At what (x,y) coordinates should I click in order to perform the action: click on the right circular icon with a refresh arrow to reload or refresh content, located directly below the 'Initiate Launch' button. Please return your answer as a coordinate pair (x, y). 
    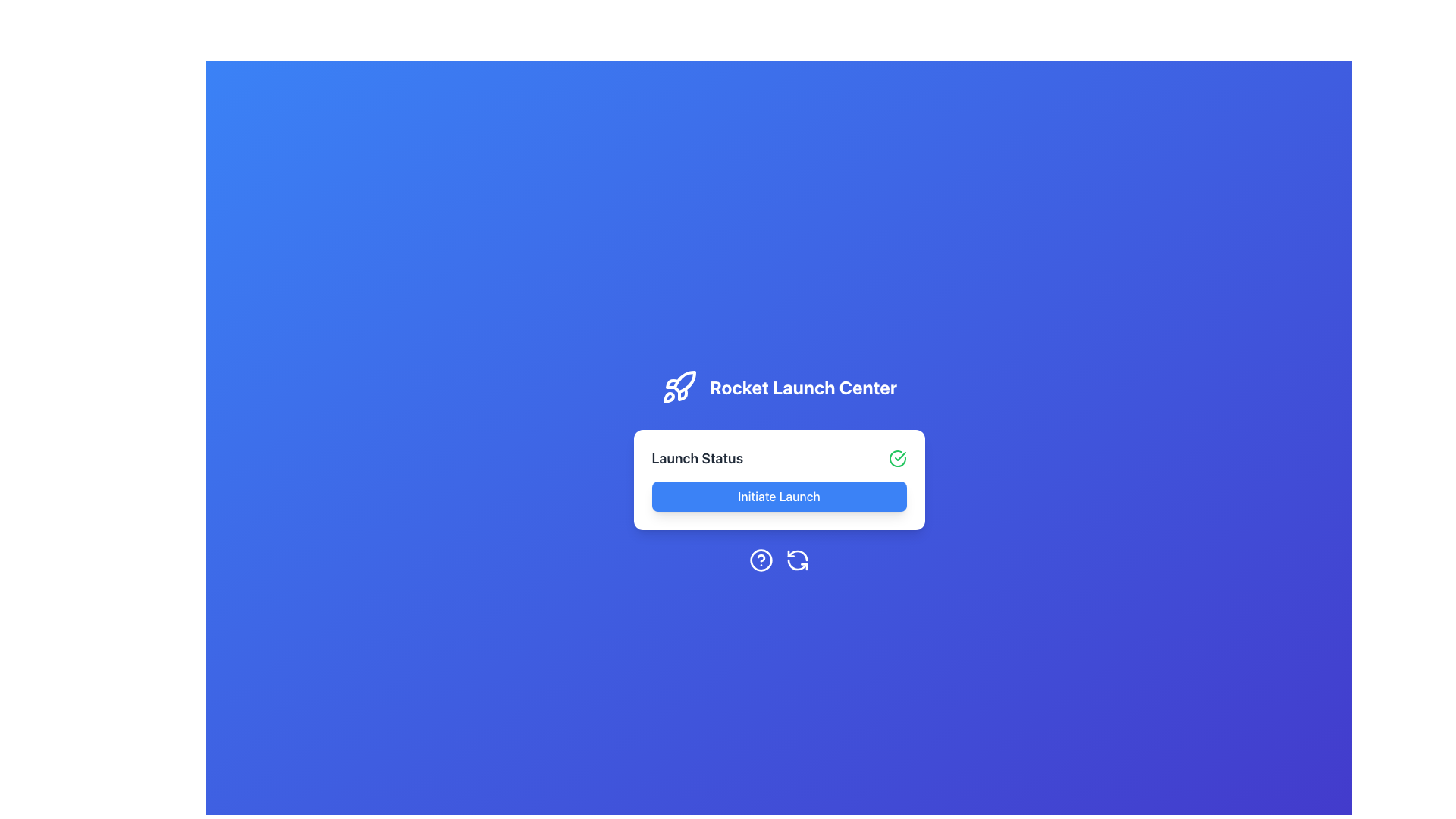
    Looking at the image, I should click on (779, 560).